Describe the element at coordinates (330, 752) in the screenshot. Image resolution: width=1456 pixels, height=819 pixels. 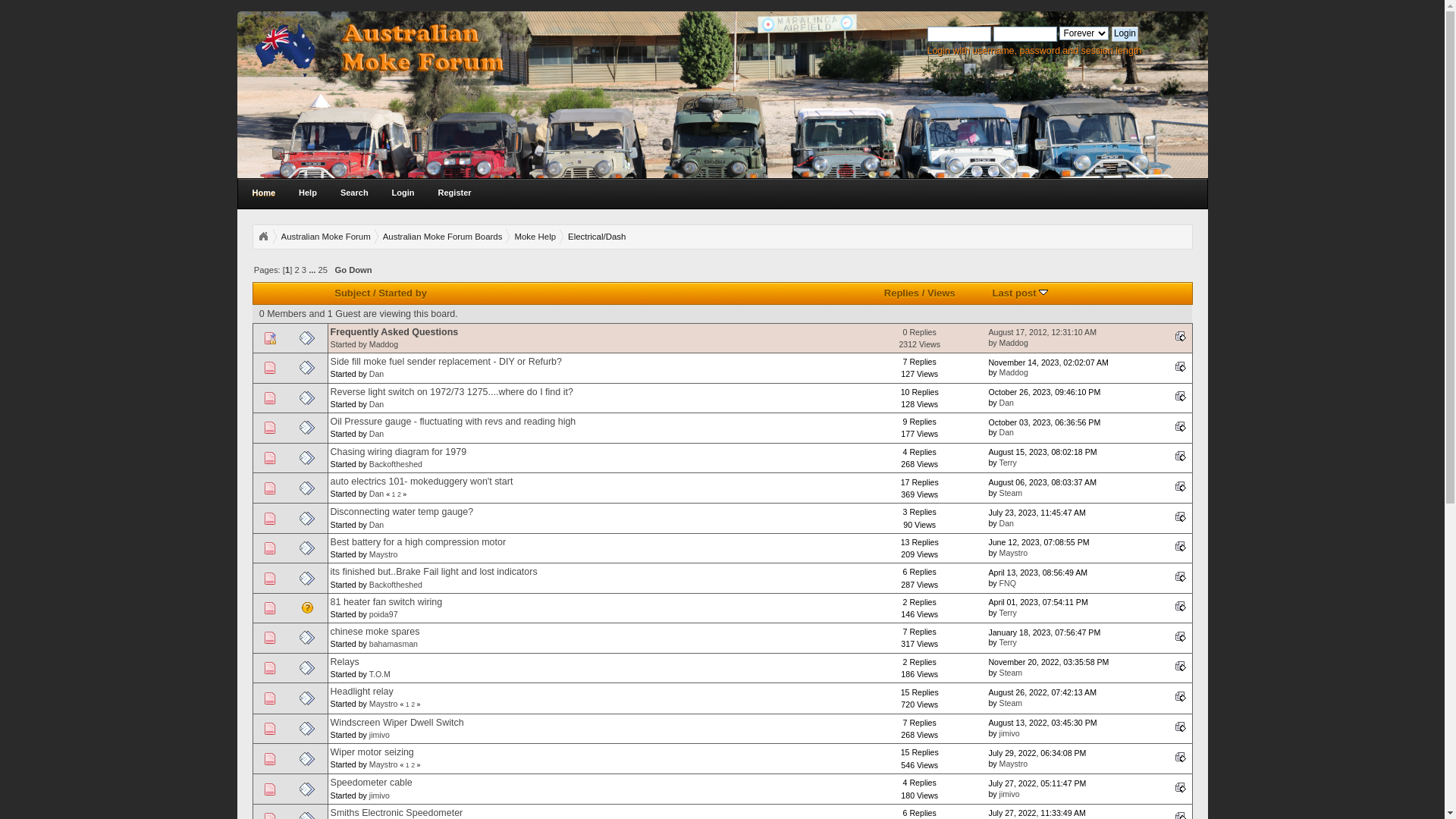
I see `'Wiper motor seizing'` at that location.